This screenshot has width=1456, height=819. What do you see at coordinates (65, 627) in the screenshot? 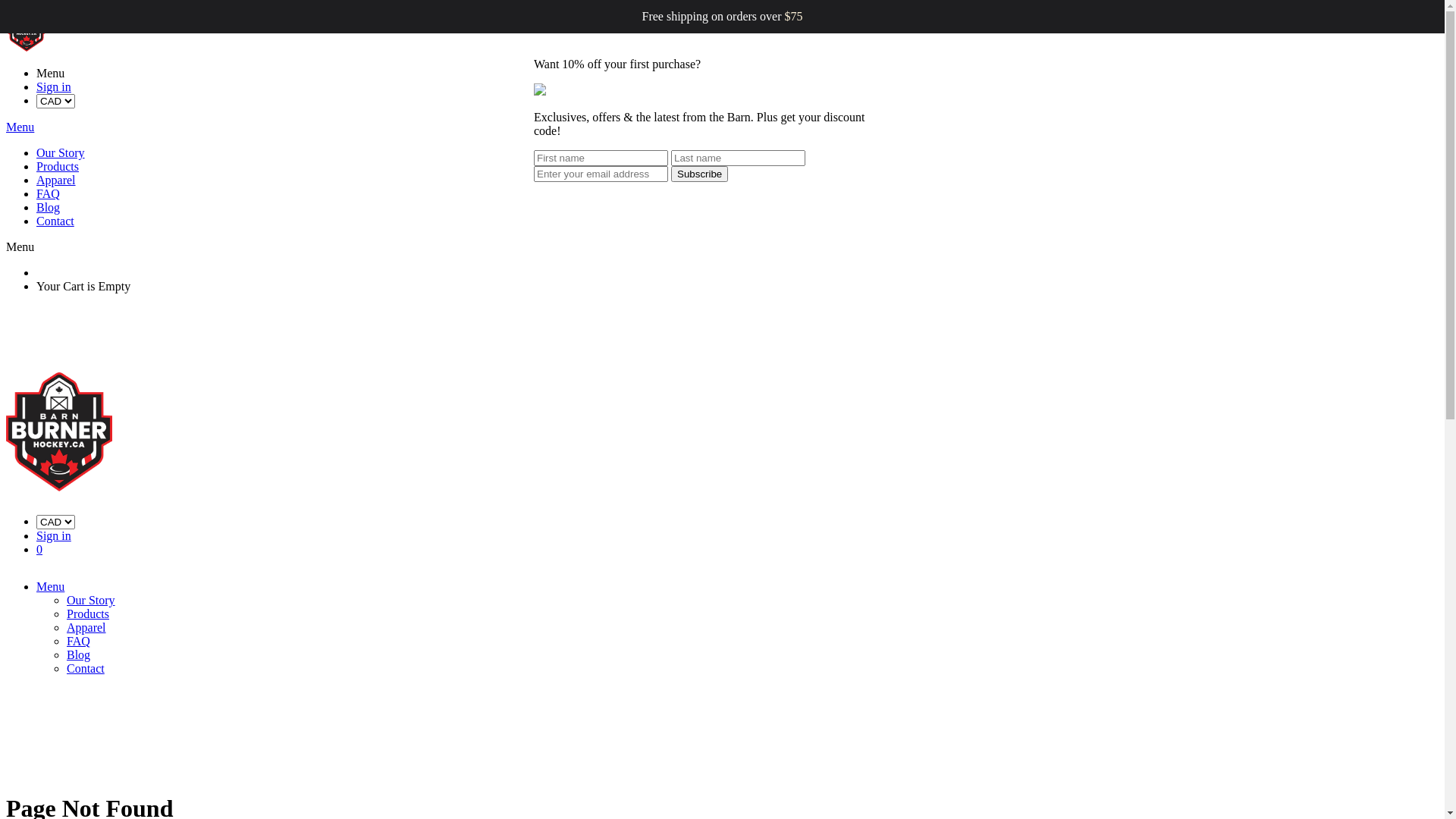
I see `'Apparel'` at bounding box center [65, 627].